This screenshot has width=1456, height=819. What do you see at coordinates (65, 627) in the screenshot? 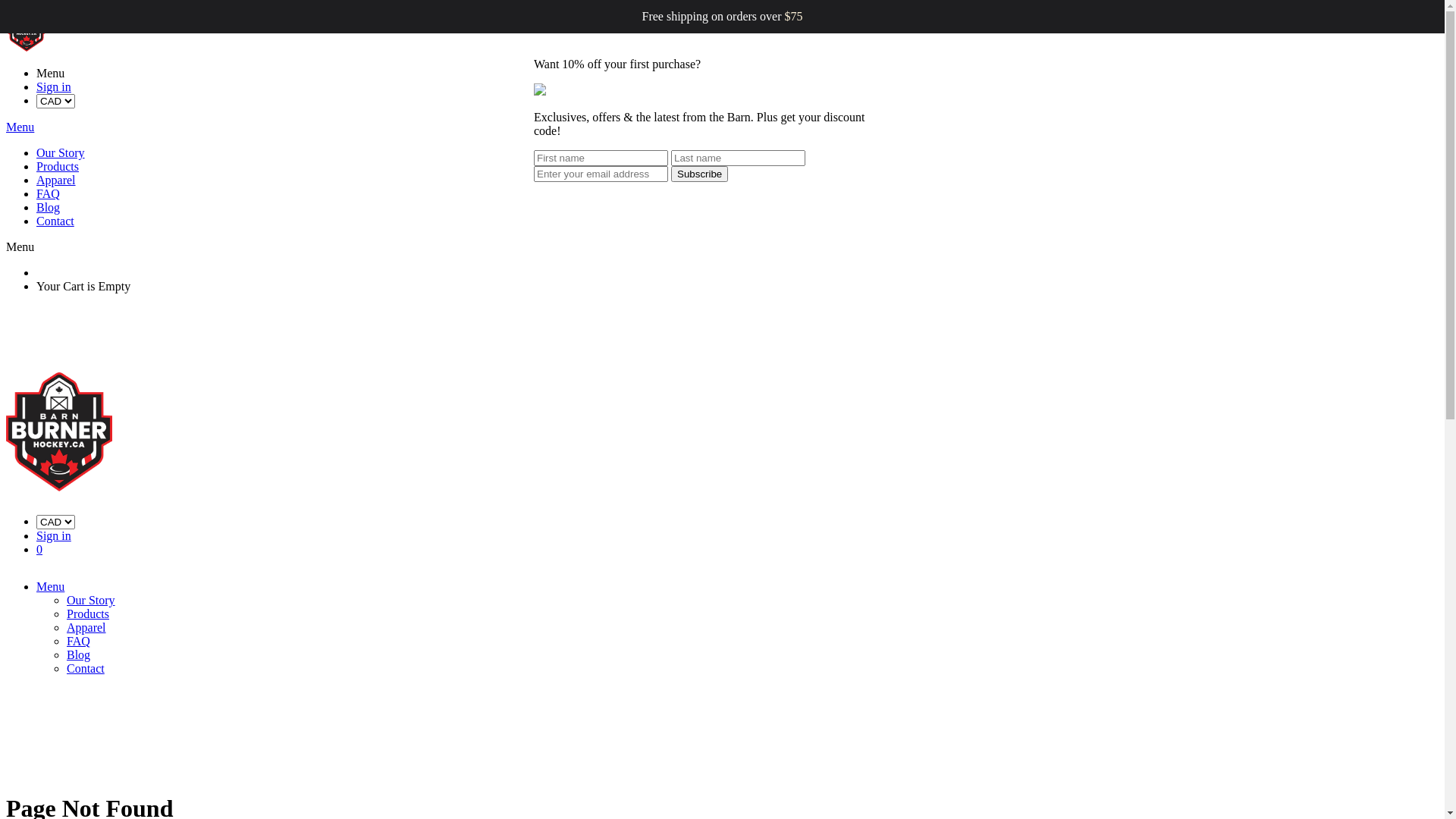
I see `'Apparel'` at bounding box center [65, 627].